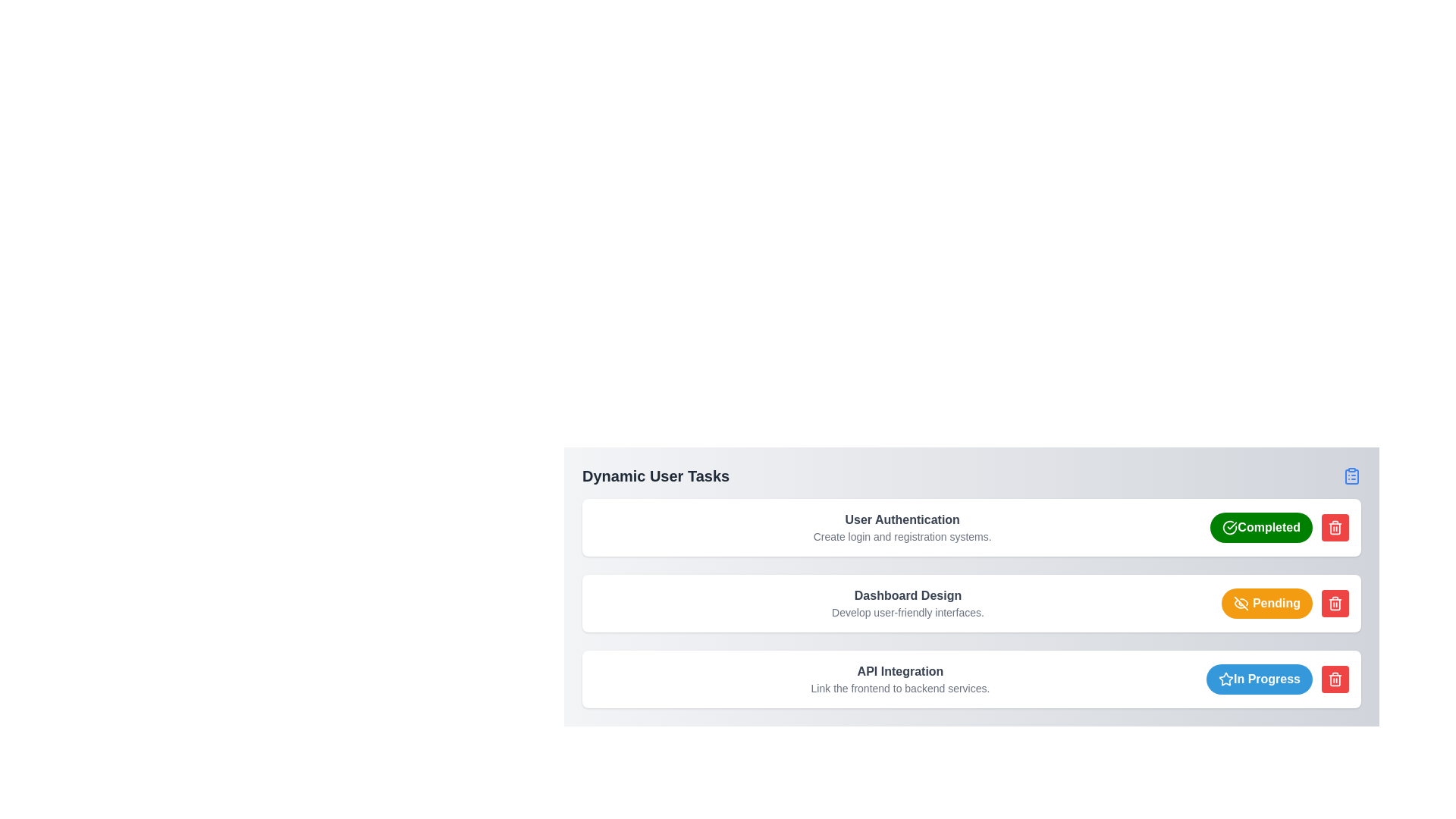  I want to click on the blue clipboard icon with a checklist that is located at the top-right corner of the 'Dynamic User Tasks' section, so click(1351, 475).